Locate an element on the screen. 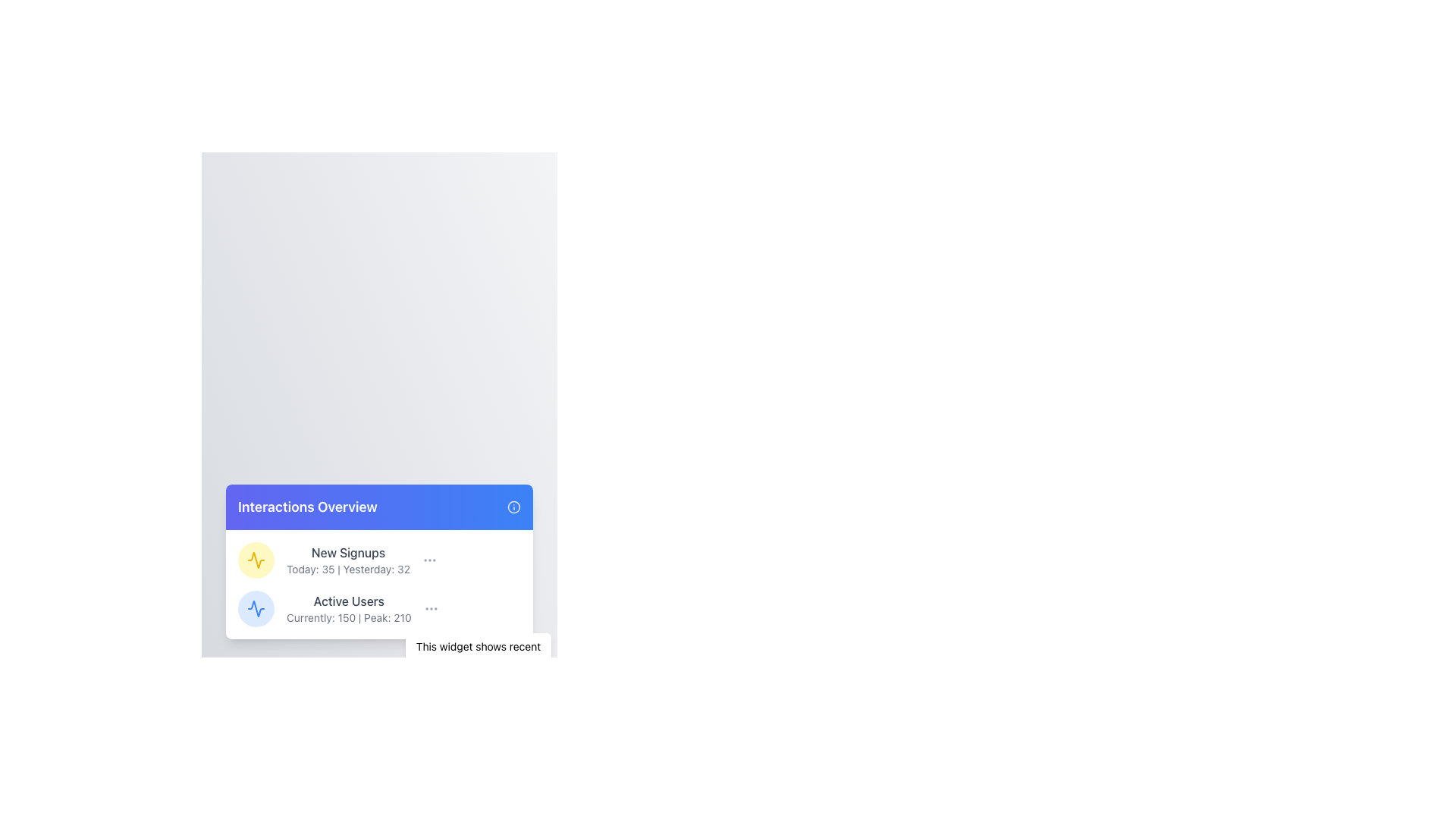 Image resolution: width=1456 pixels, height=819 pixels. the informational help button located on the far right side of the blue header for 'Interactions Overview' is located at coordinates (513, 507).